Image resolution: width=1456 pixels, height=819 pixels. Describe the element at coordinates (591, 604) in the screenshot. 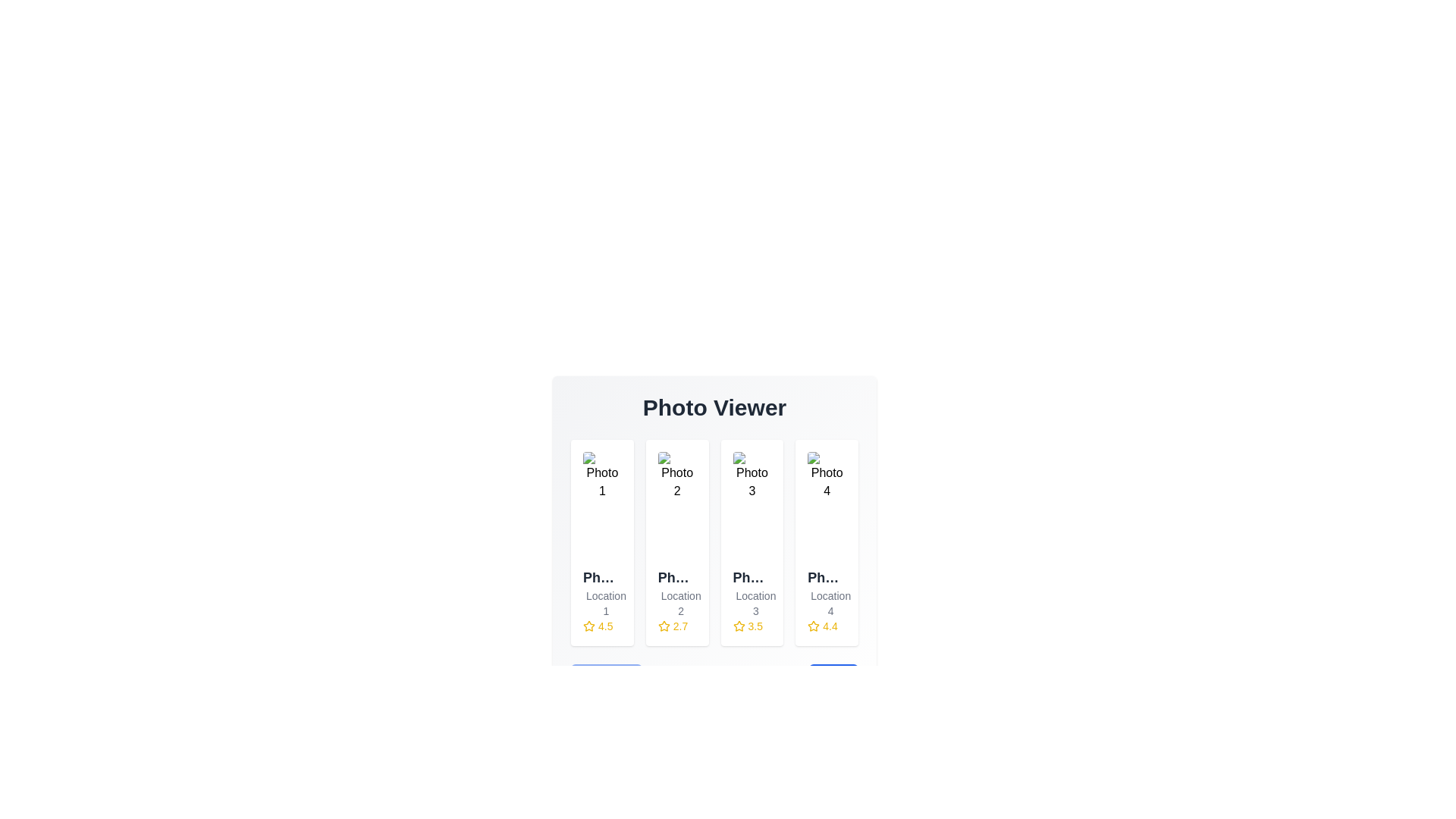

I see `the geographical location icon located in the leftmost column below the heading 'Photo 1', which indicates location-specific details` at that location.